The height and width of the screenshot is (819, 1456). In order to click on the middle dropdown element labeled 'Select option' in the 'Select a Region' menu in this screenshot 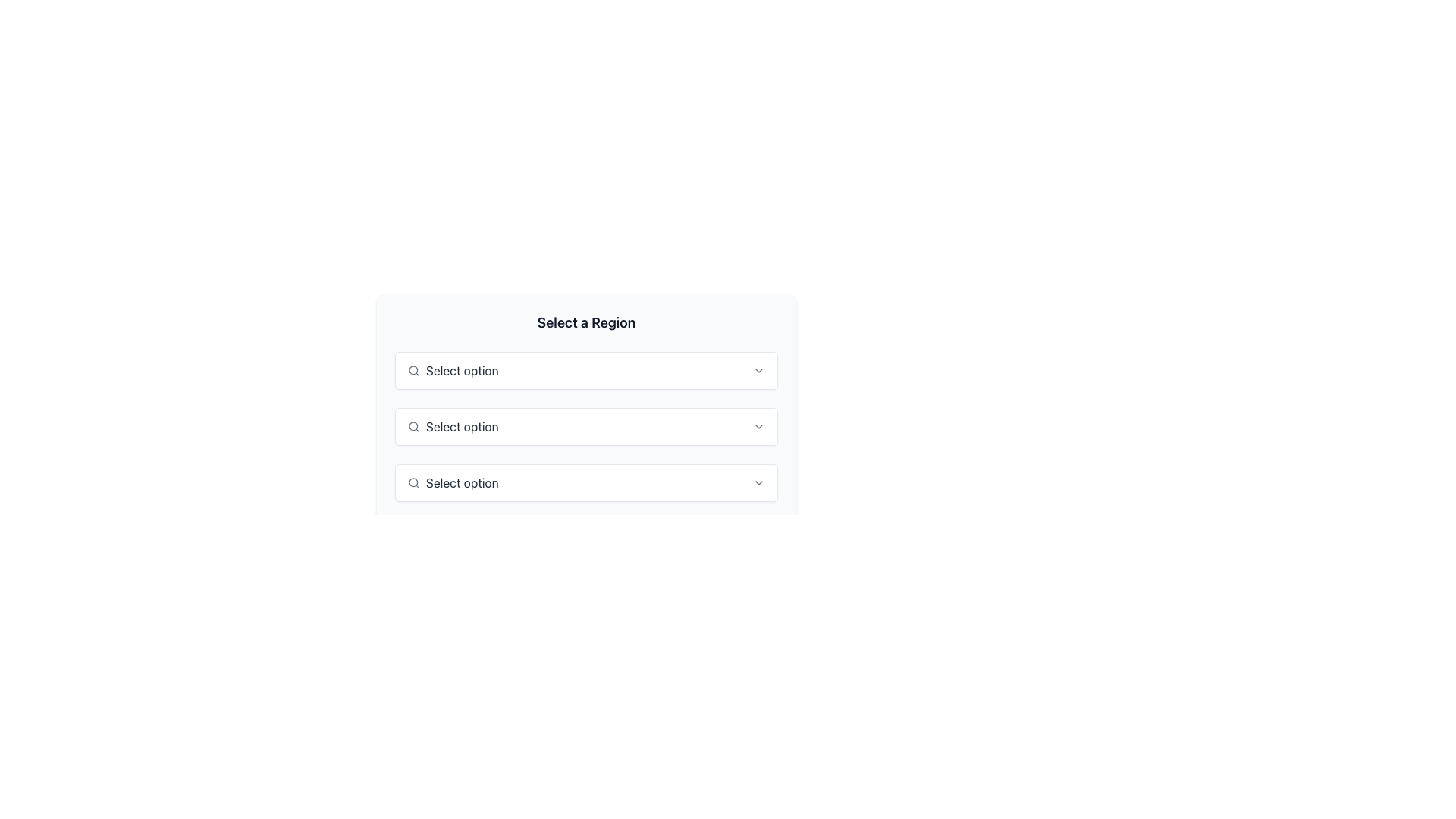, I will do `click(585, 430)`.